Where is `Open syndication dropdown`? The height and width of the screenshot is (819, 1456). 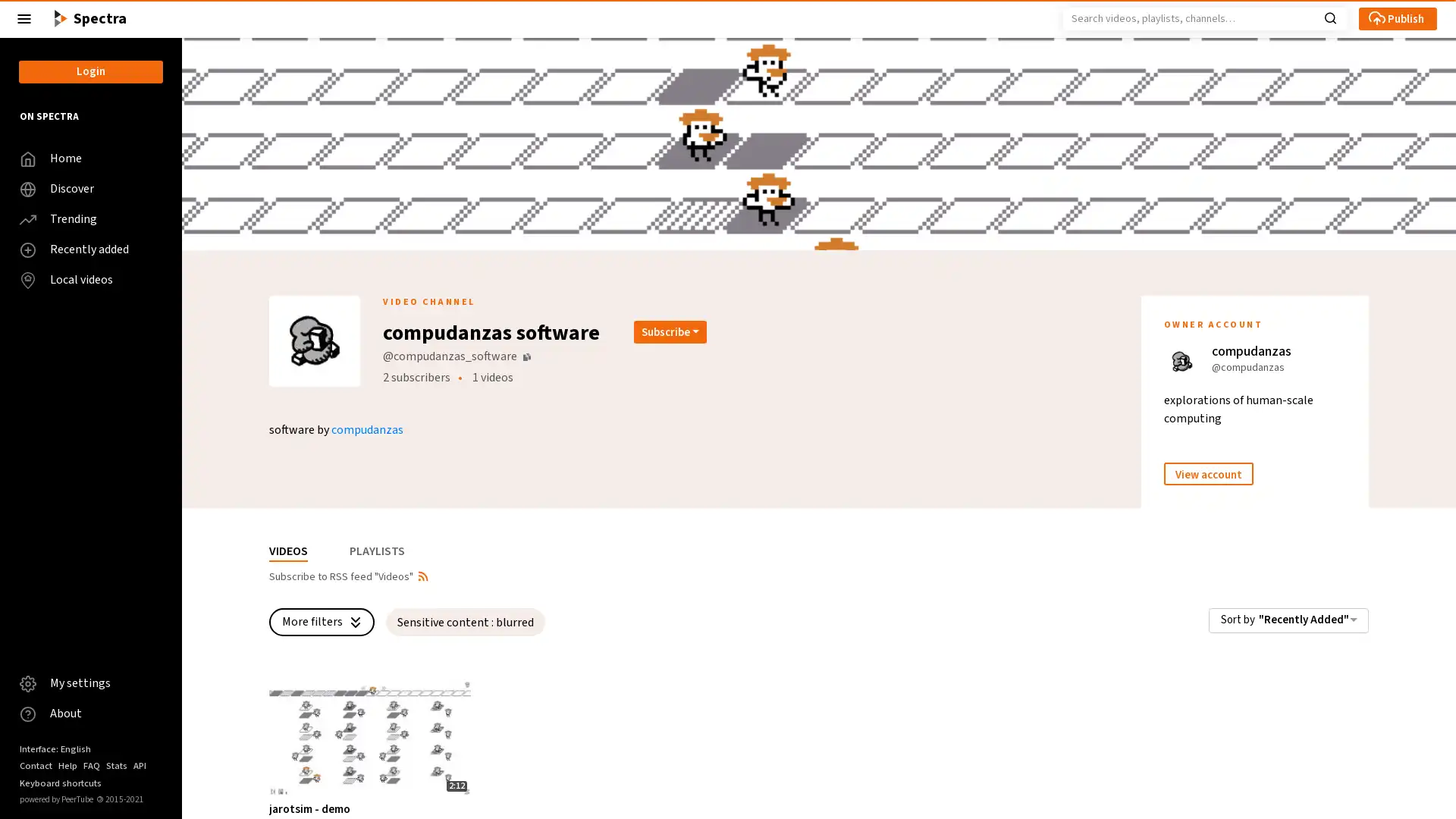
Open syndication dropdown is located at coordinates (422, 575).